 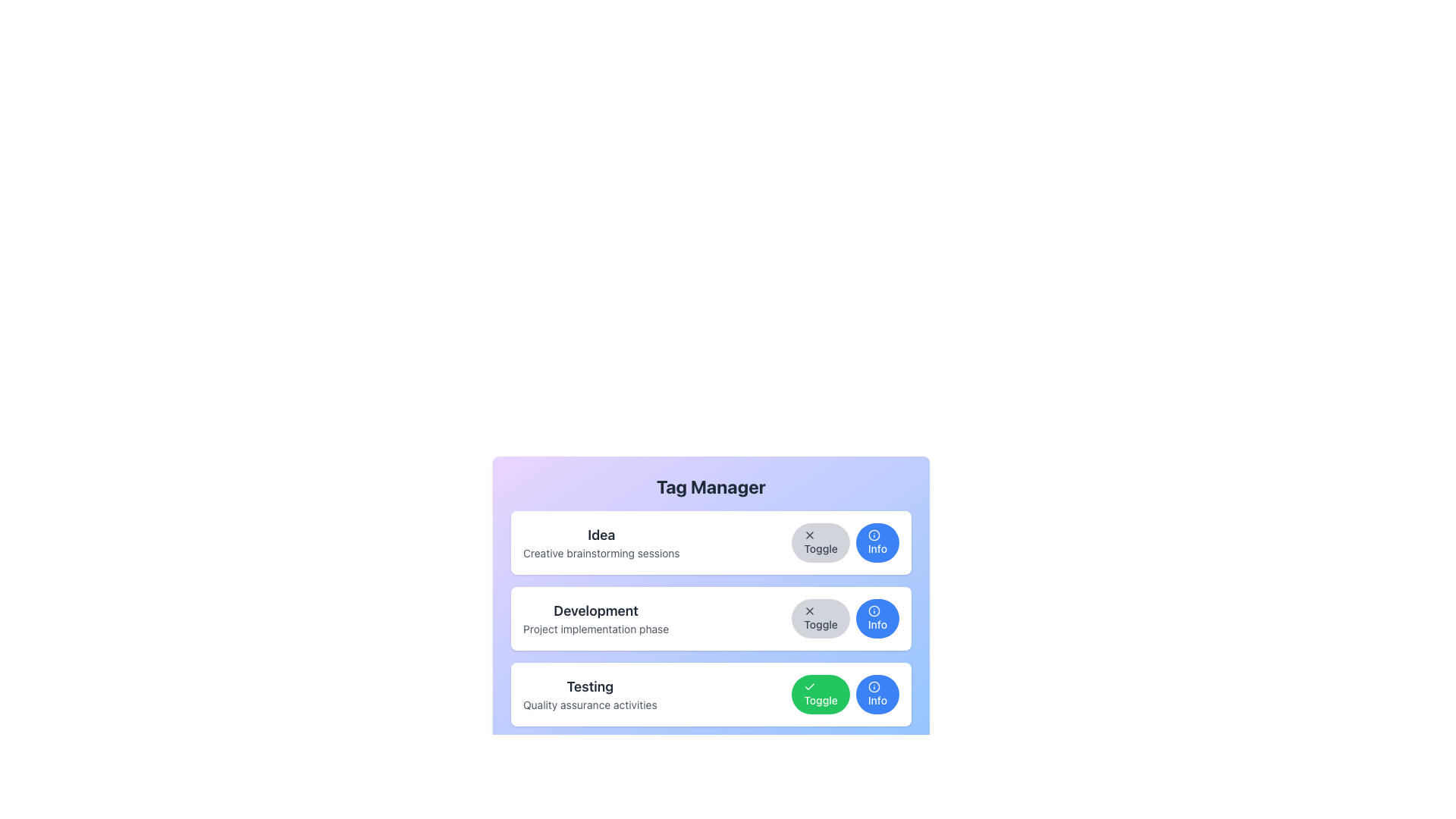 What do you see at coordinates (845, 619) in the screenshot?
I see `the 'Toggle' and 'Info' buttons in the Button group located in the 'Development' section` at bounding box center [845, 619].